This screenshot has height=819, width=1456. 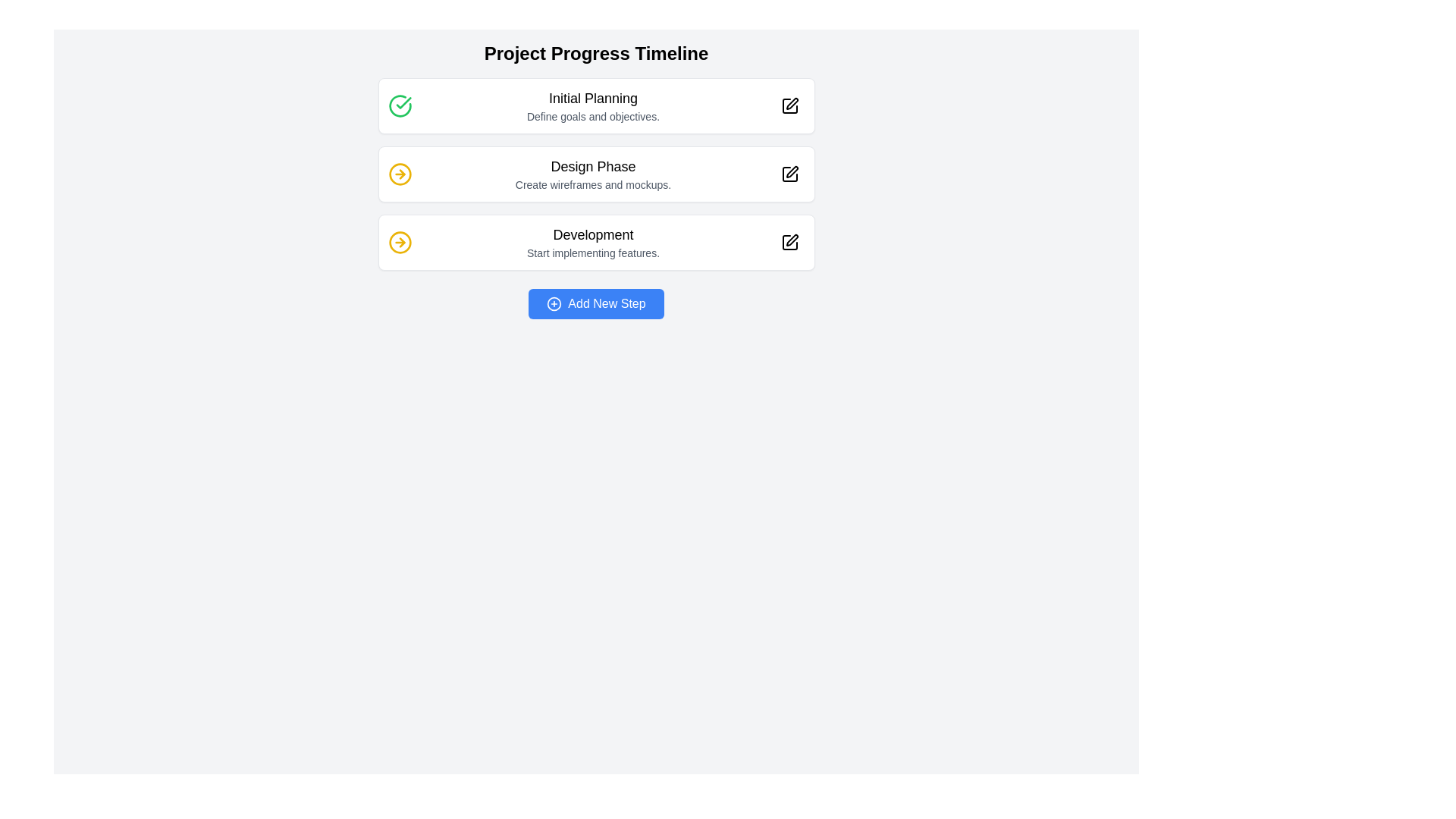 What do you see at coordinates (592, 116) in the screenshot?
I see `the static text element that displays 'Define goals and objectives.' located beneath the heading 'Initial Planning'` at bounding box center [592, 116].